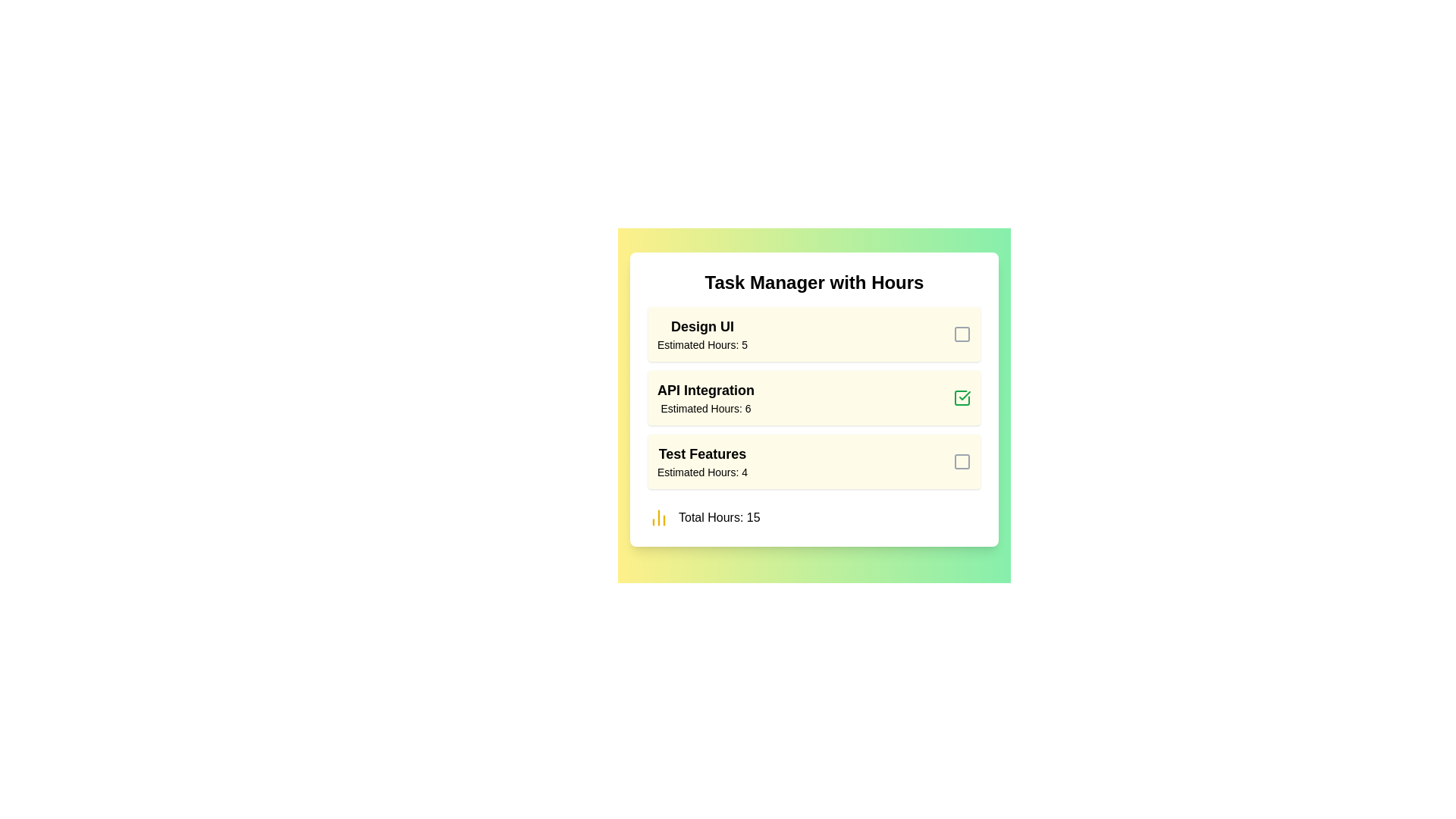 The height and width of the screenshot is (819, 1456). I want to click on the bar chart icon to interact with the total hours representation, so click(658, 516).